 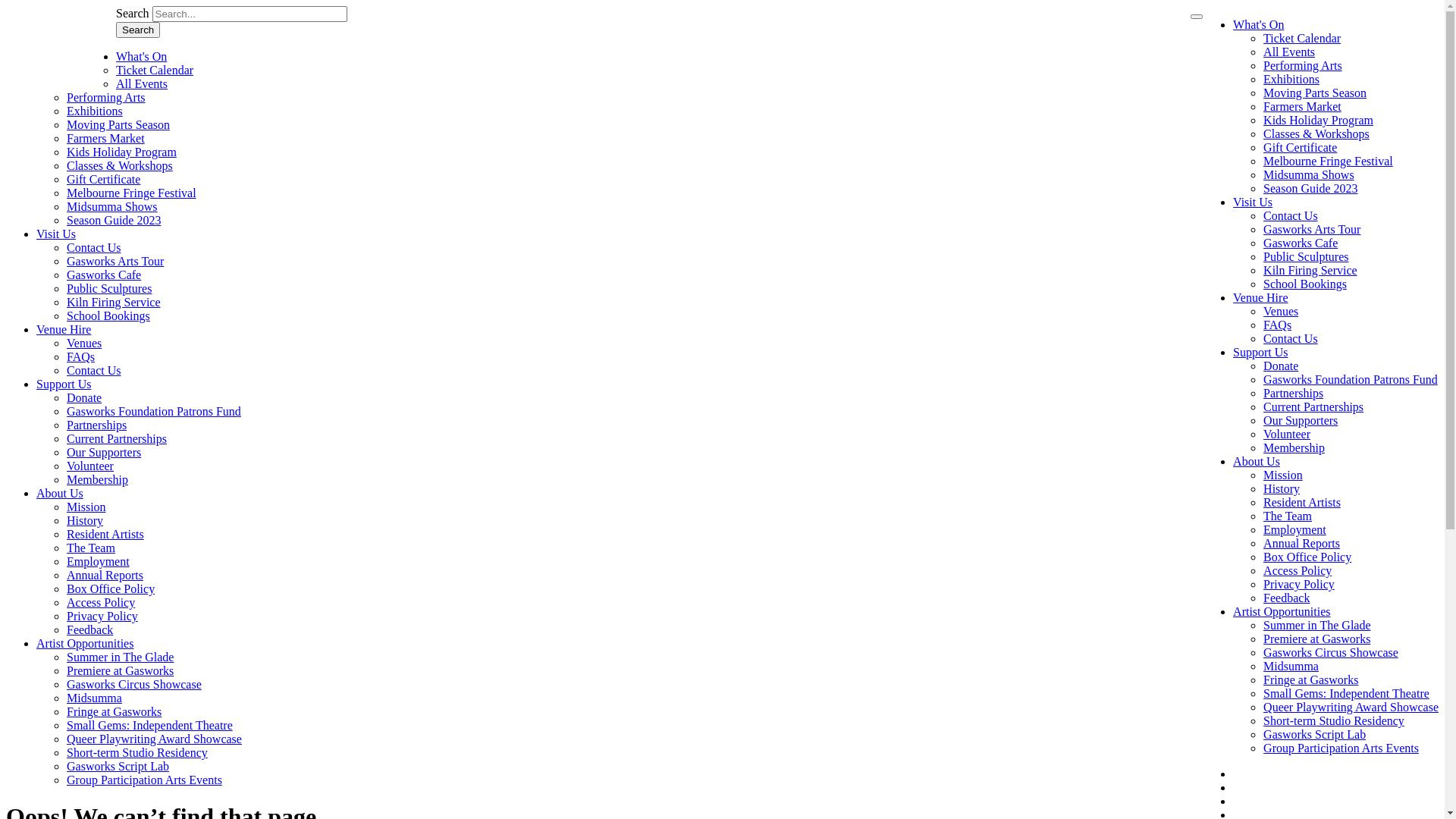 What do you see at coordinates (1294, 529) in the screenshot?
I see `'Employment'` at bounding box center [1294, 529].